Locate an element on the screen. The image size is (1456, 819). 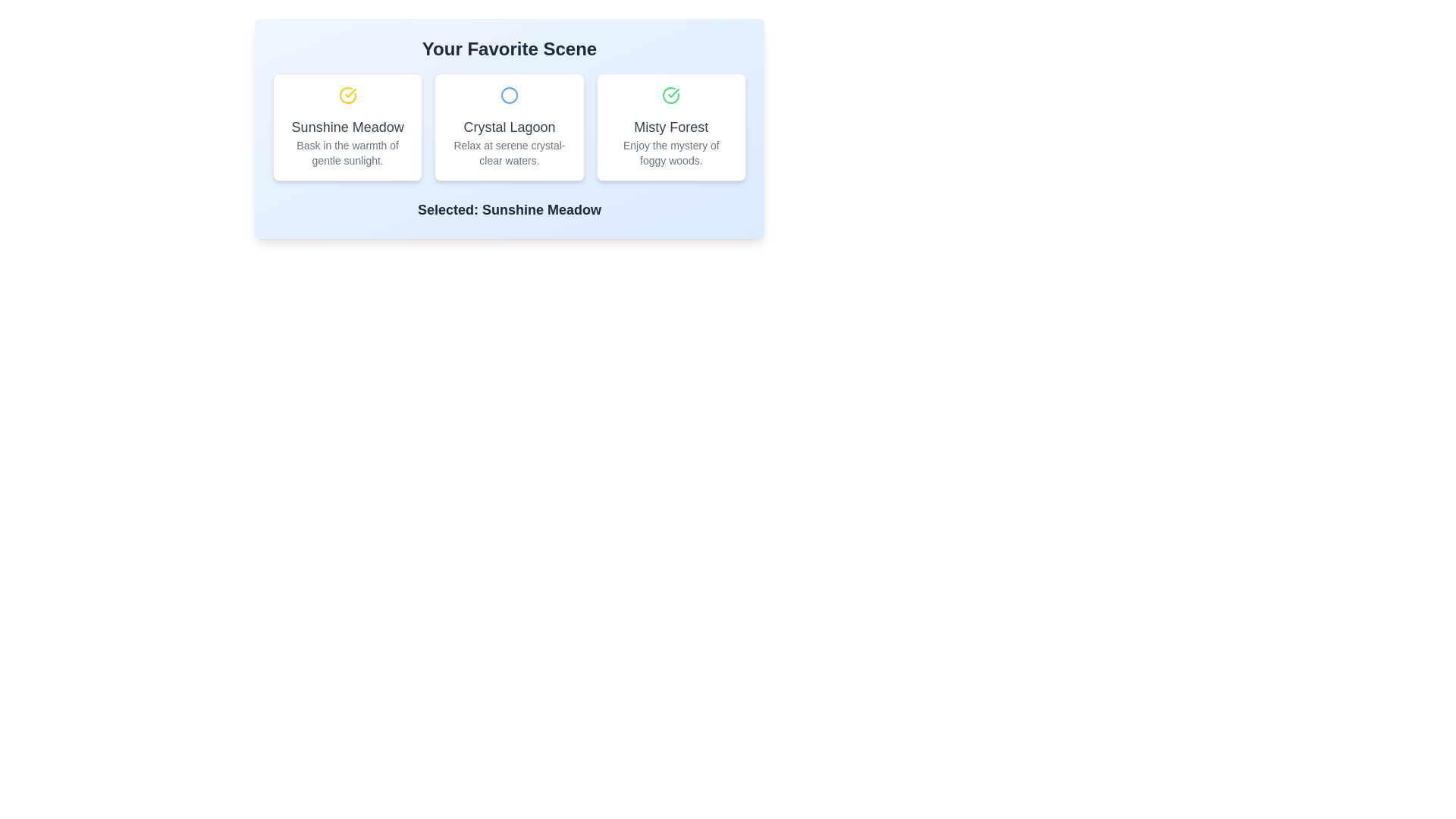
the text 'Sunshine Meadow', which is styled in medium-sized bold dark gray font, located in the first card of the 'Your Favorite Scene' section is located at coordinates (347, 127).